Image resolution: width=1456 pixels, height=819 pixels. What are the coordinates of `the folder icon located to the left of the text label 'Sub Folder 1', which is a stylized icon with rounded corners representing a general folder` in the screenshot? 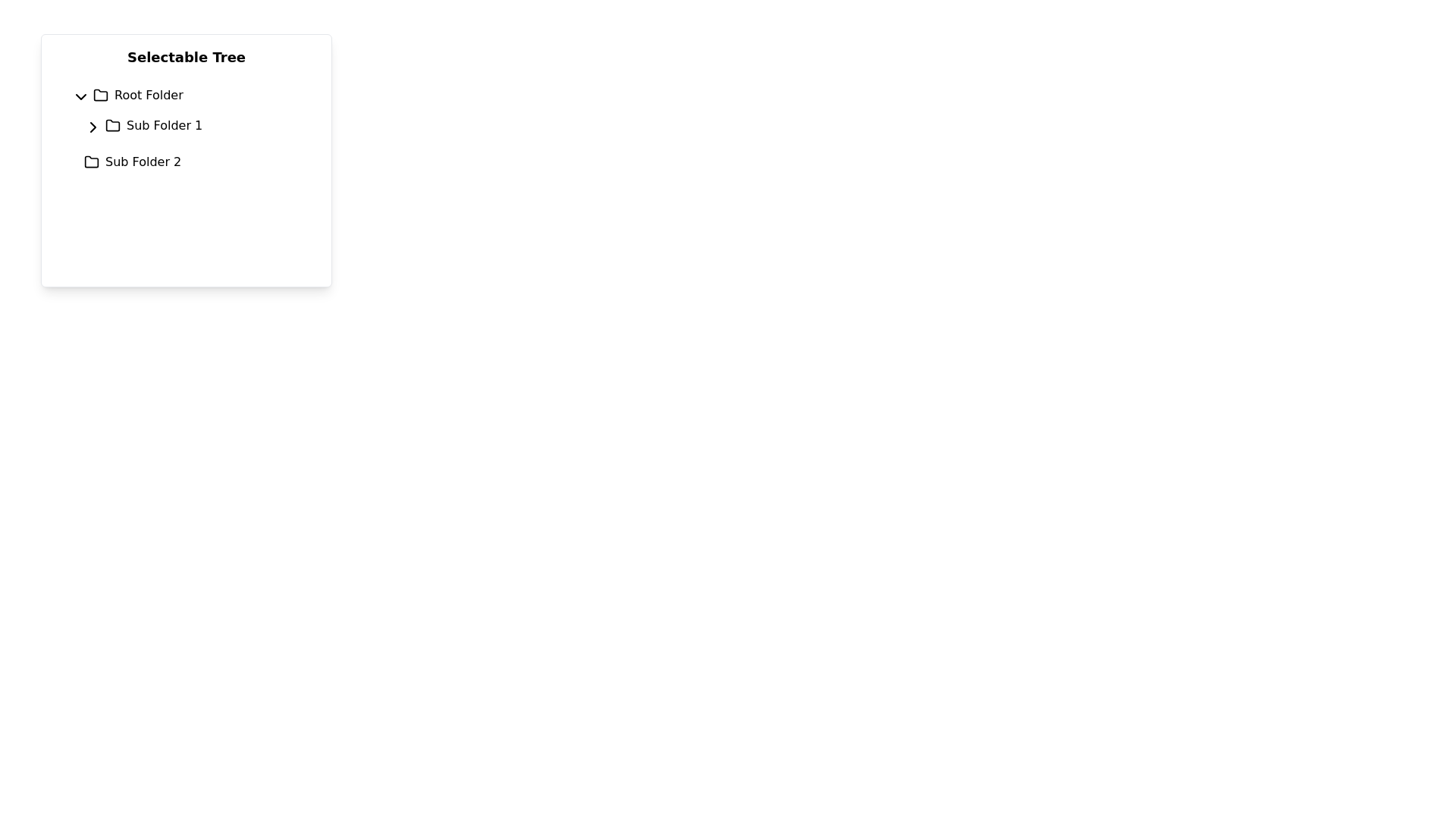 It's located at (111, 124).